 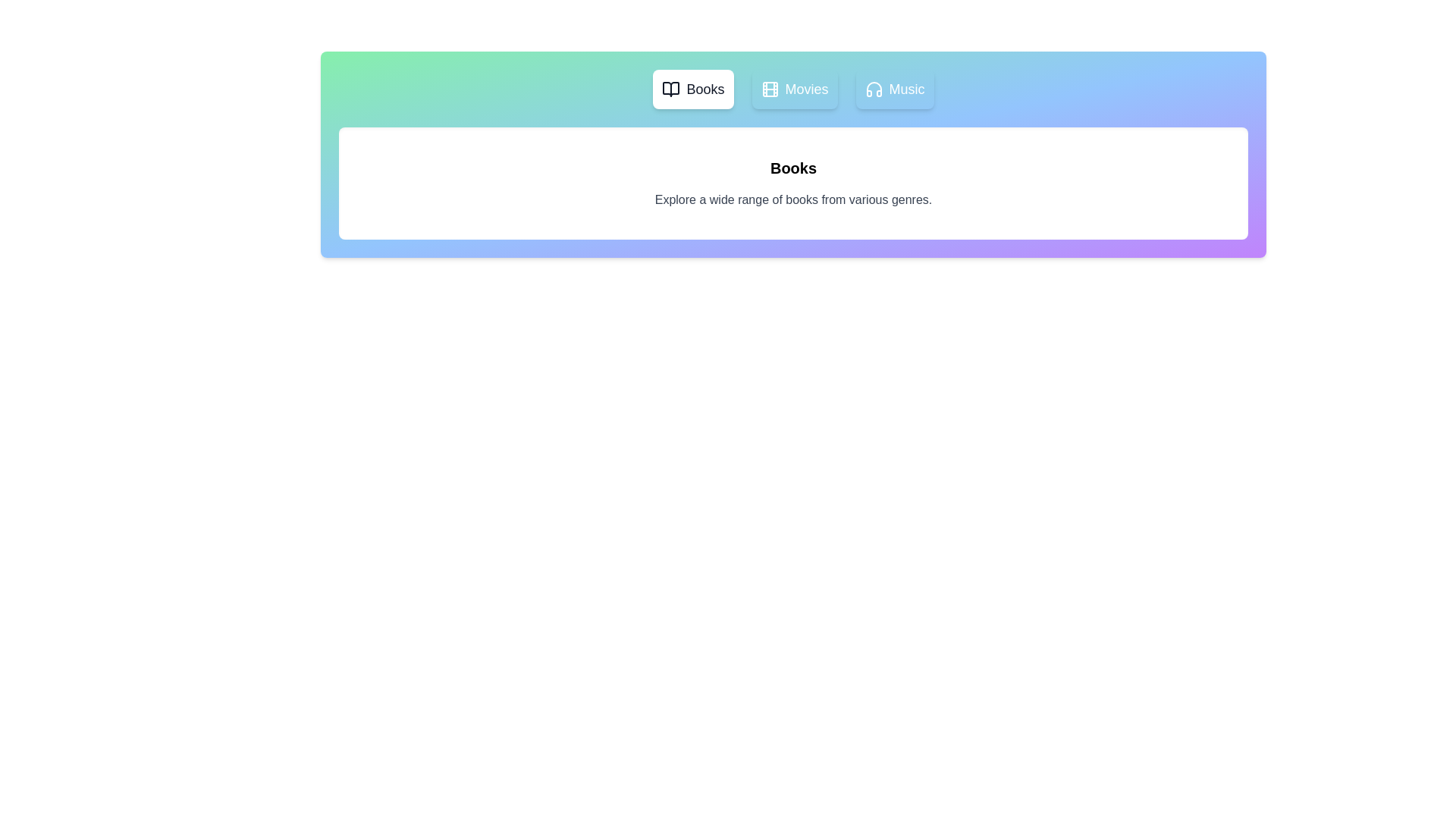 What do you see at coordinates (692, 89) in the screenshot?
I see `the Books tab to view its content` at bounding box center [692, 89].